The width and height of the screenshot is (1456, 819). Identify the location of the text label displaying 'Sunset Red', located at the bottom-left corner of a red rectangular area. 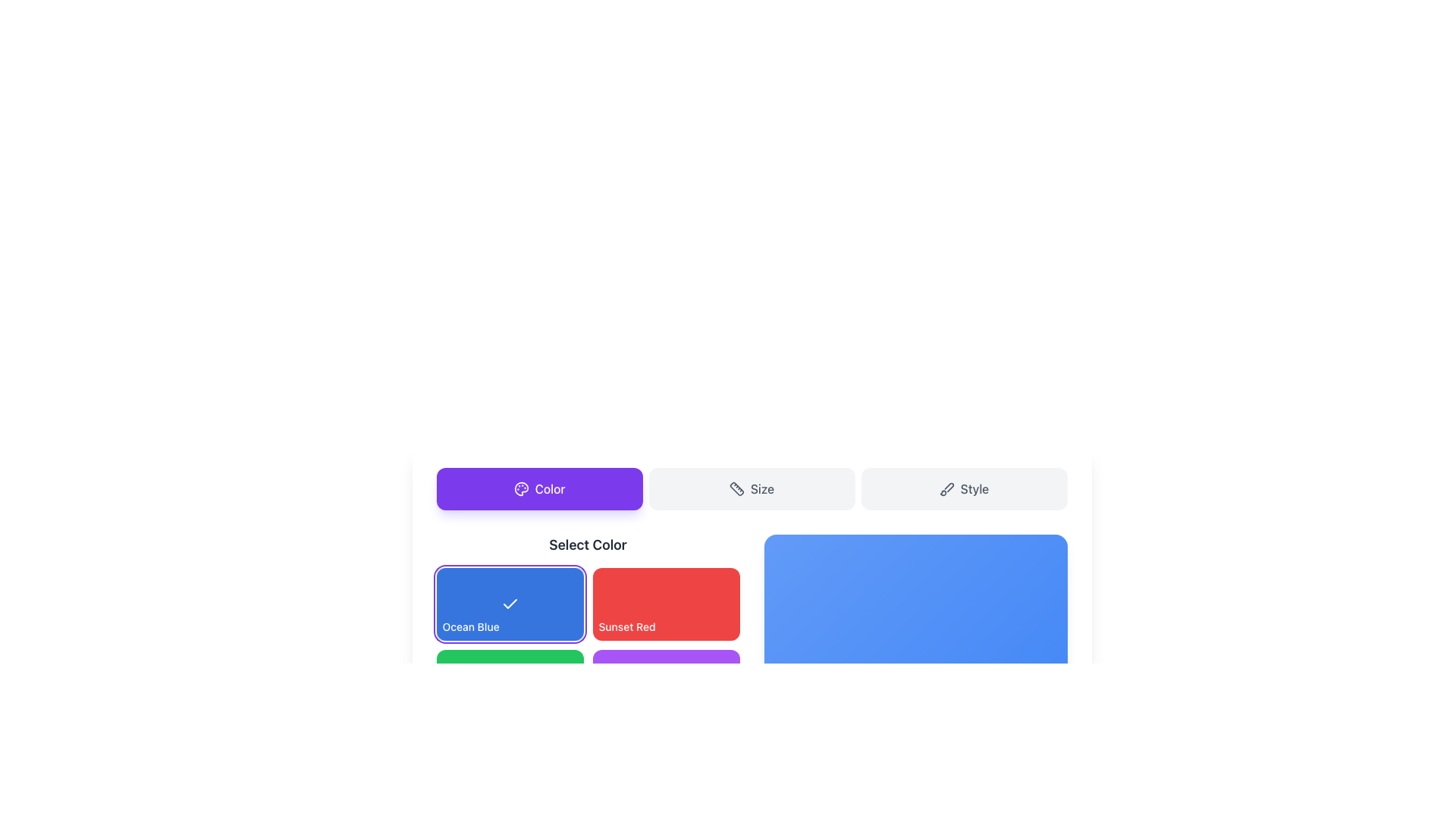
(627, 626).